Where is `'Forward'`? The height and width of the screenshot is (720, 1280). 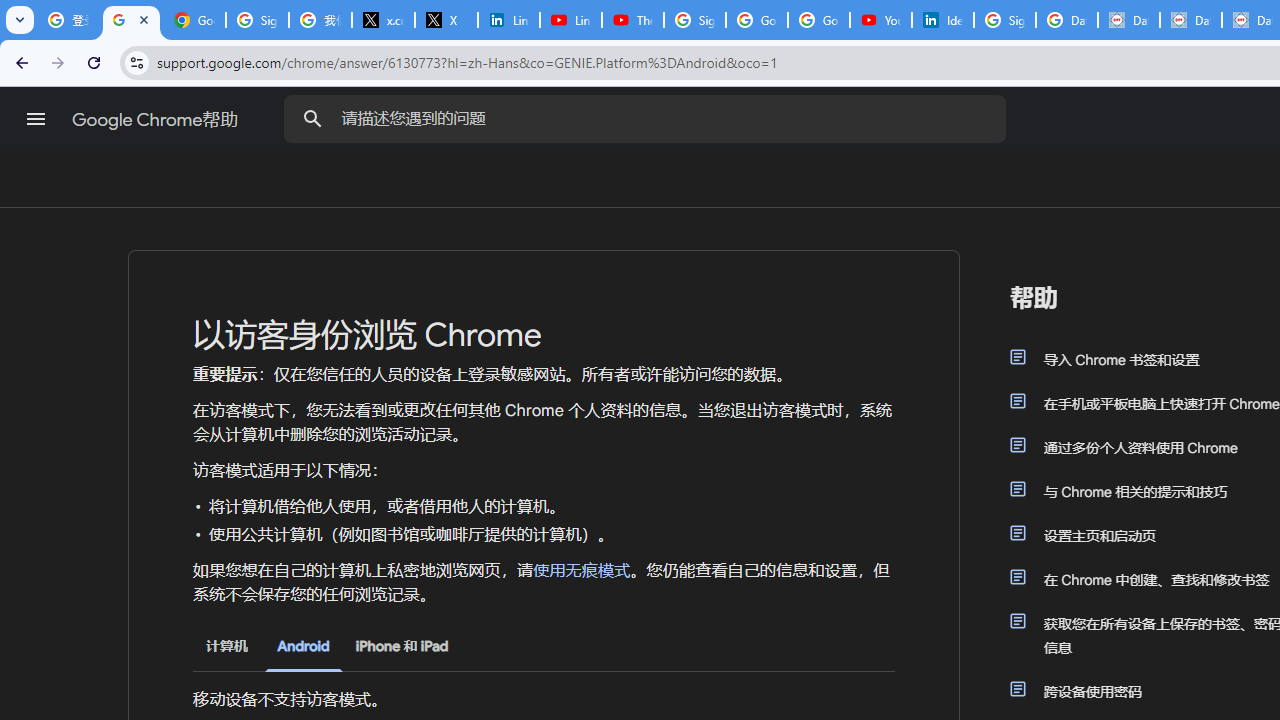
'Forward' is located at coordinates (58, 61).